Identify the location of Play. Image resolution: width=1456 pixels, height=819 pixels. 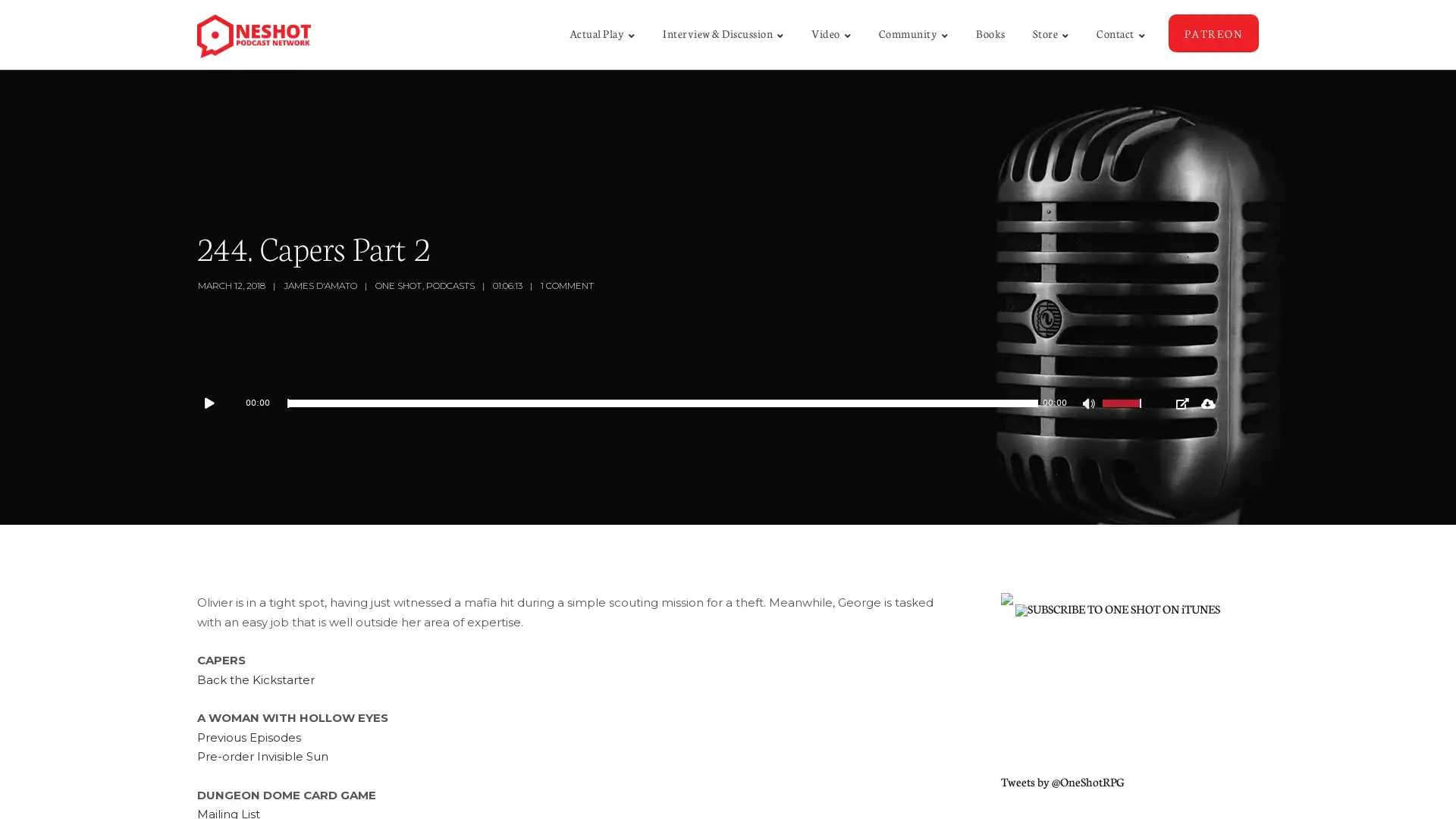
(216, 403).